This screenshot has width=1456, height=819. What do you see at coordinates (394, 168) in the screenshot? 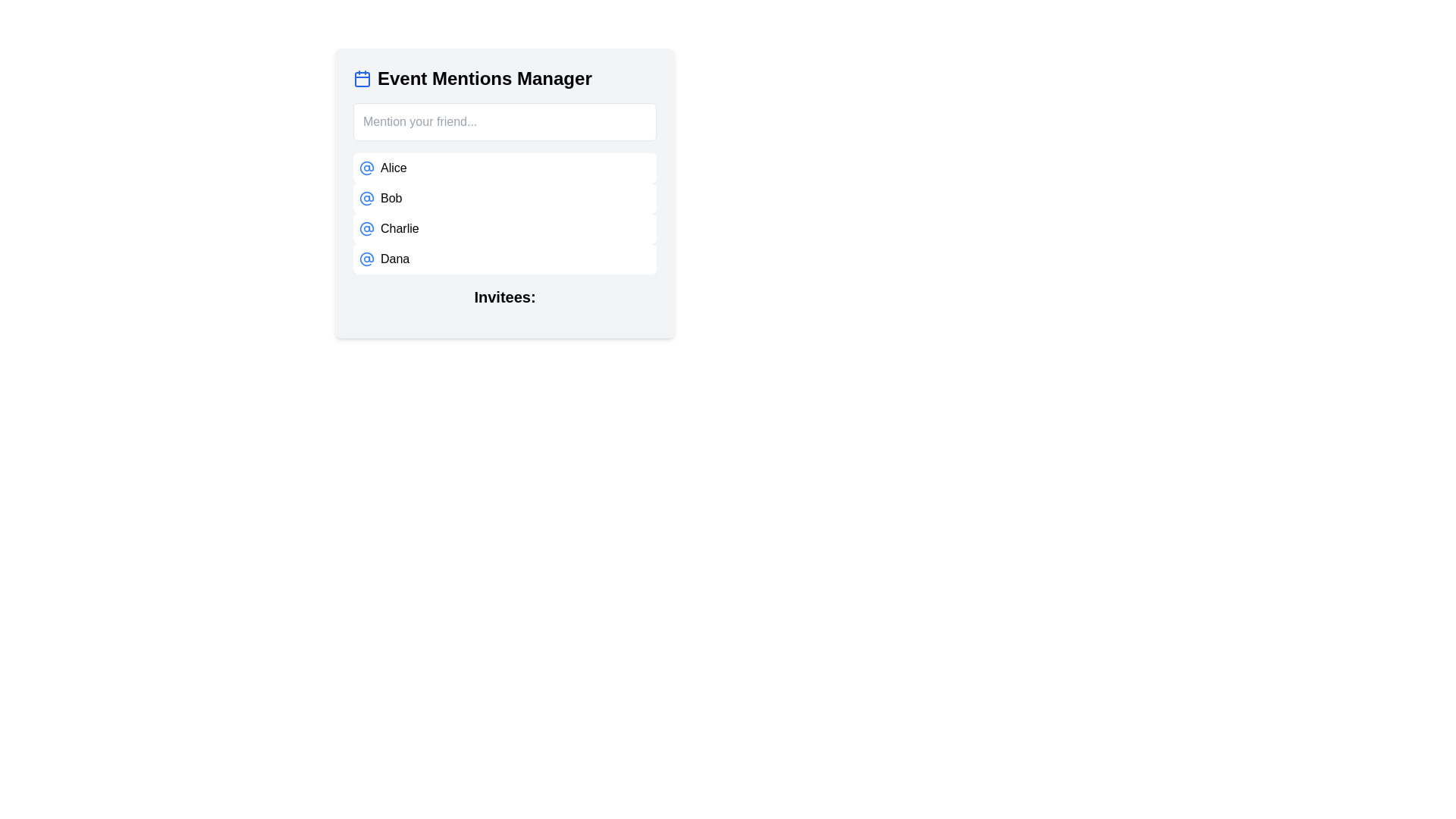
I see `the text label that serves as a selectable mention option for the user, located to the right of the blue '@' icon` at bounding box center [394, 168].